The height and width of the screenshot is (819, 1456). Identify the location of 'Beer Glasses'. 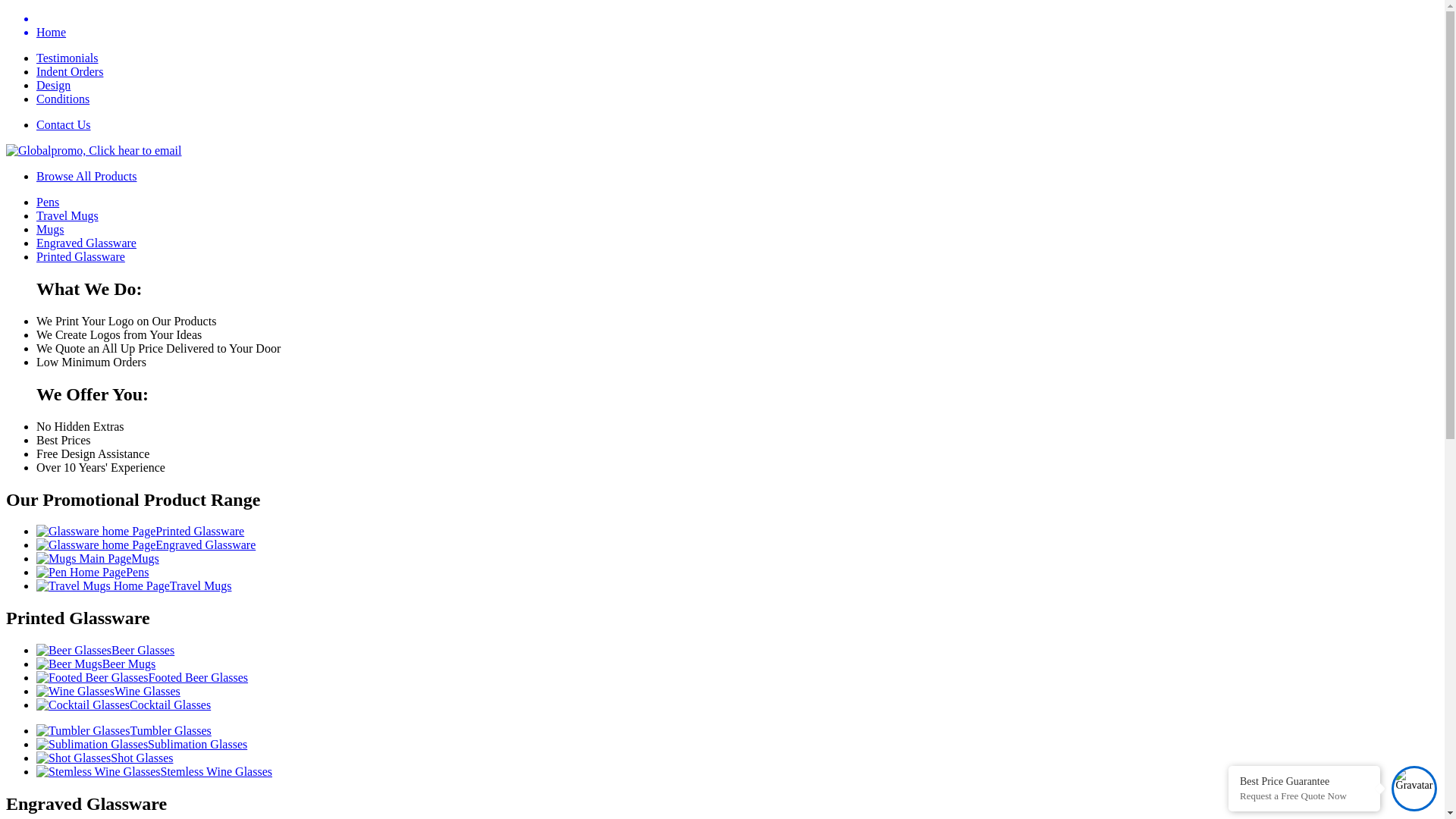
(105, 649).